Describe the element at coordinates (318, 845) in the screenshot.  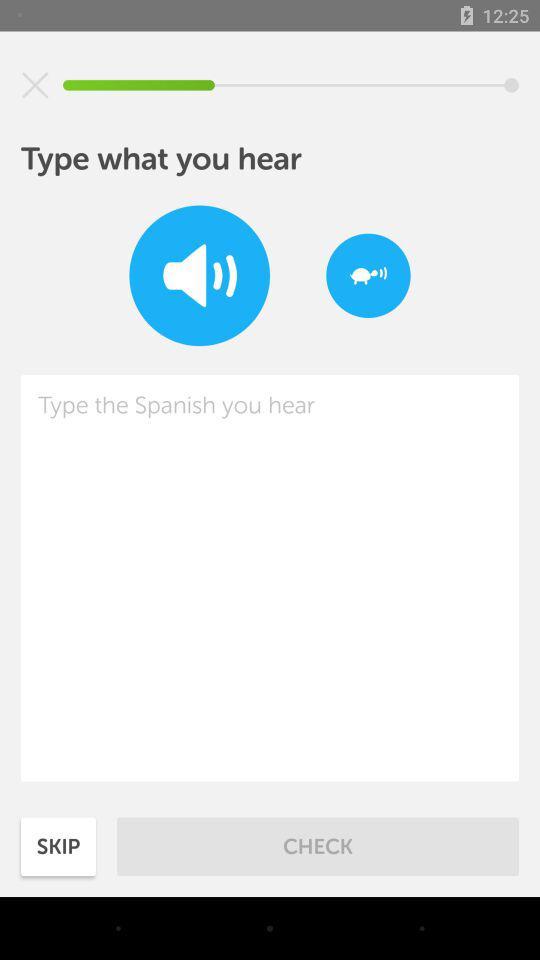
I see `the icon to the right of the skip icon` at that location.